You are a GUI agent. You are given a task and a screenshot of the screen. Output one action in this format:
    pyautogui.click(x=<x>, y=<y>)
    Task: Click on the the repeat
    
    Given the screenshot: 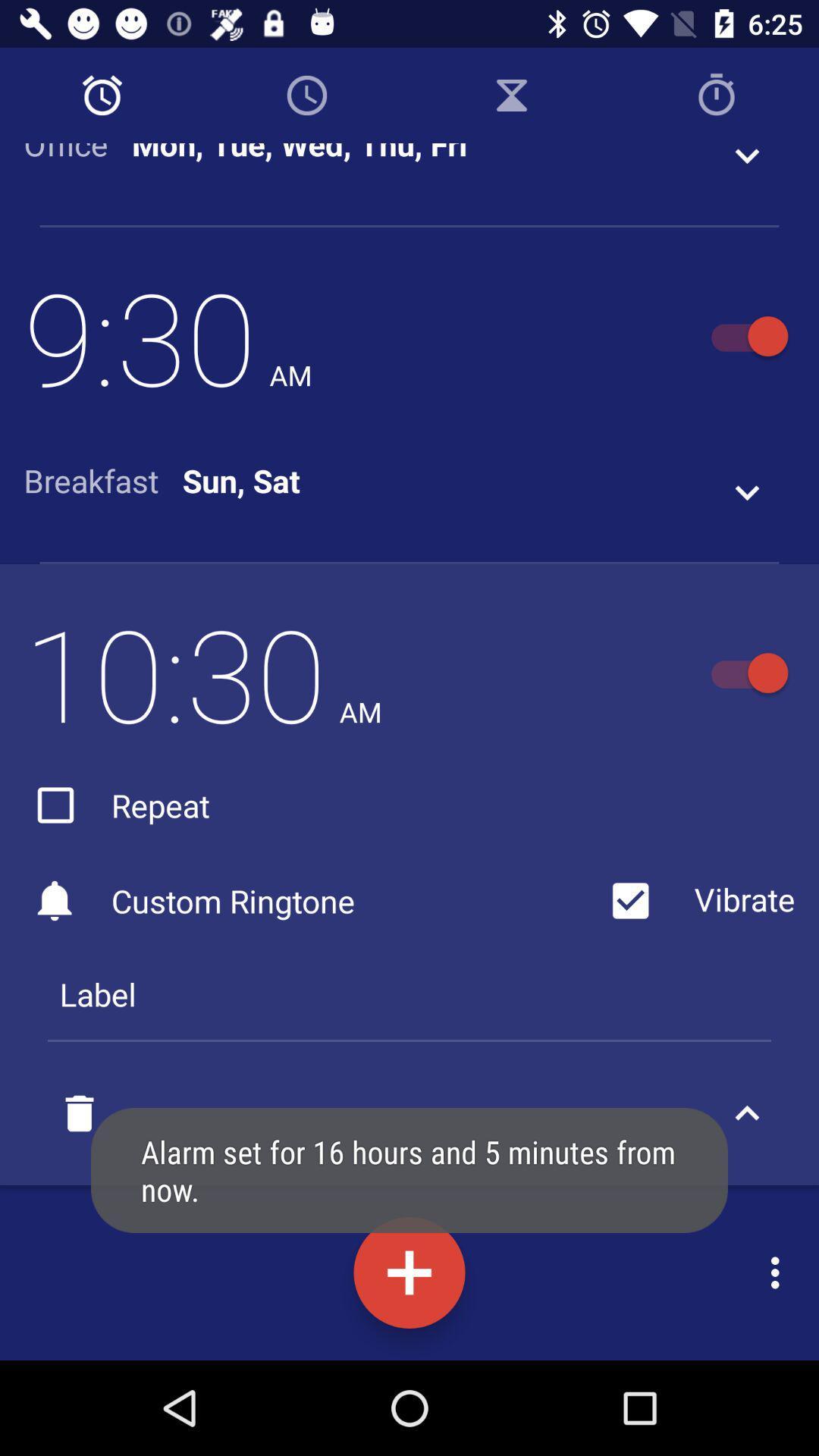 What is the action you would take?
    pyautogui.click(x=116, y=804)
    